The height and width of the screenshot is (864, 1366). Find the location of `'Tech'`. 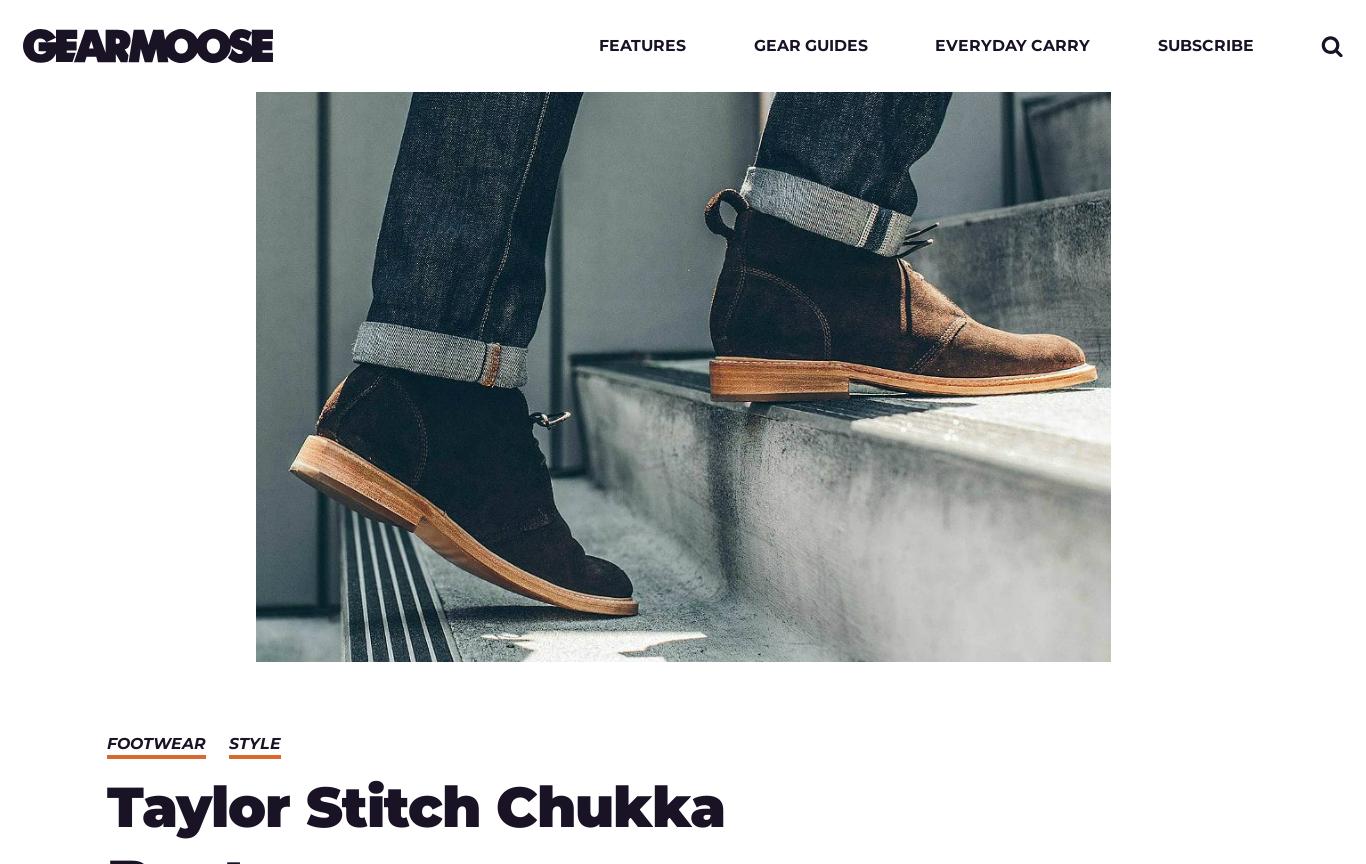

'Tech' is located at coordinates (751, 166).